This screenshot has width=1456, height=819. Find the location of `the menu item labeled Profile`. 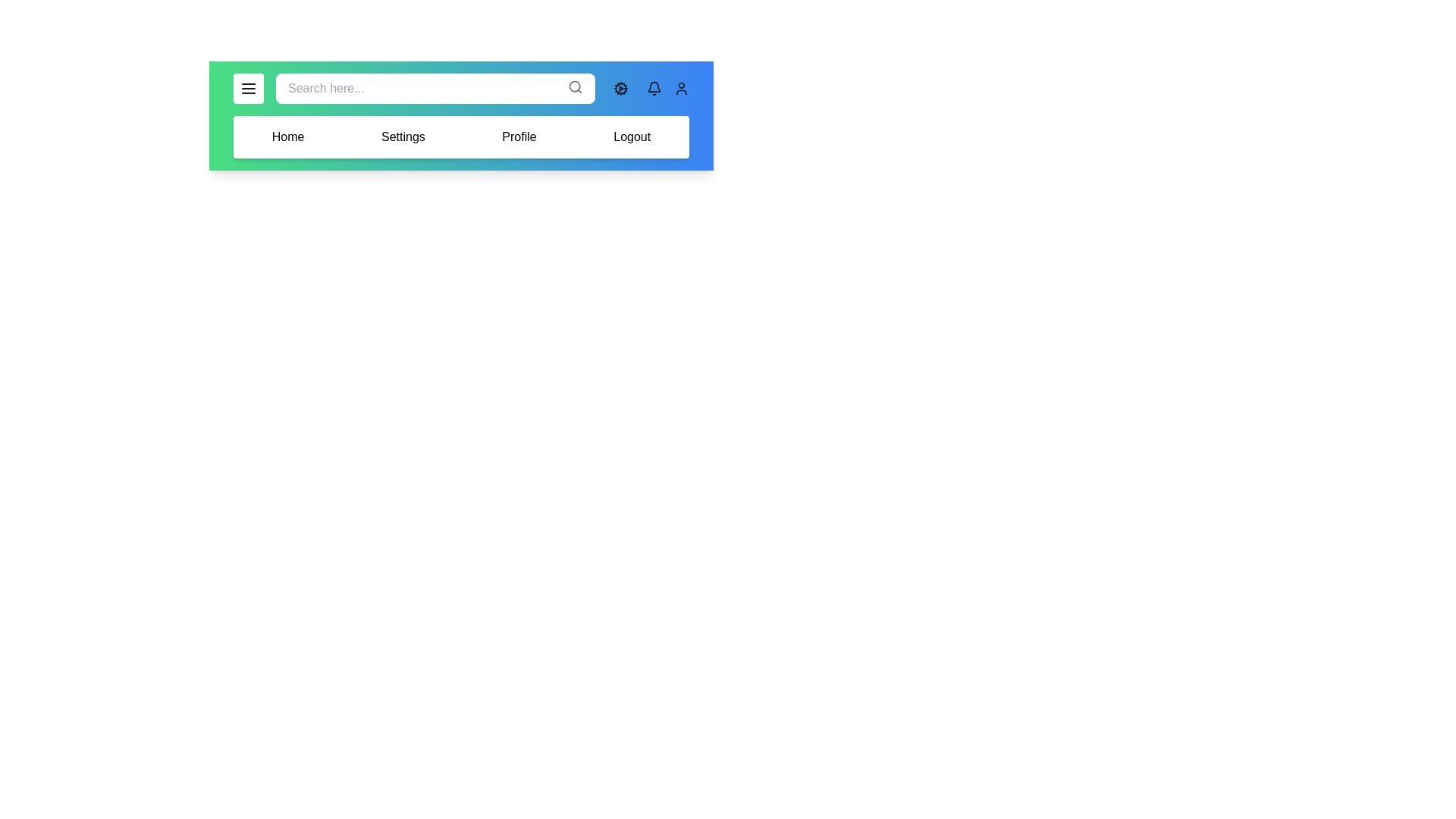

the menu item labeled Profile is located at coordinates (519, 137).